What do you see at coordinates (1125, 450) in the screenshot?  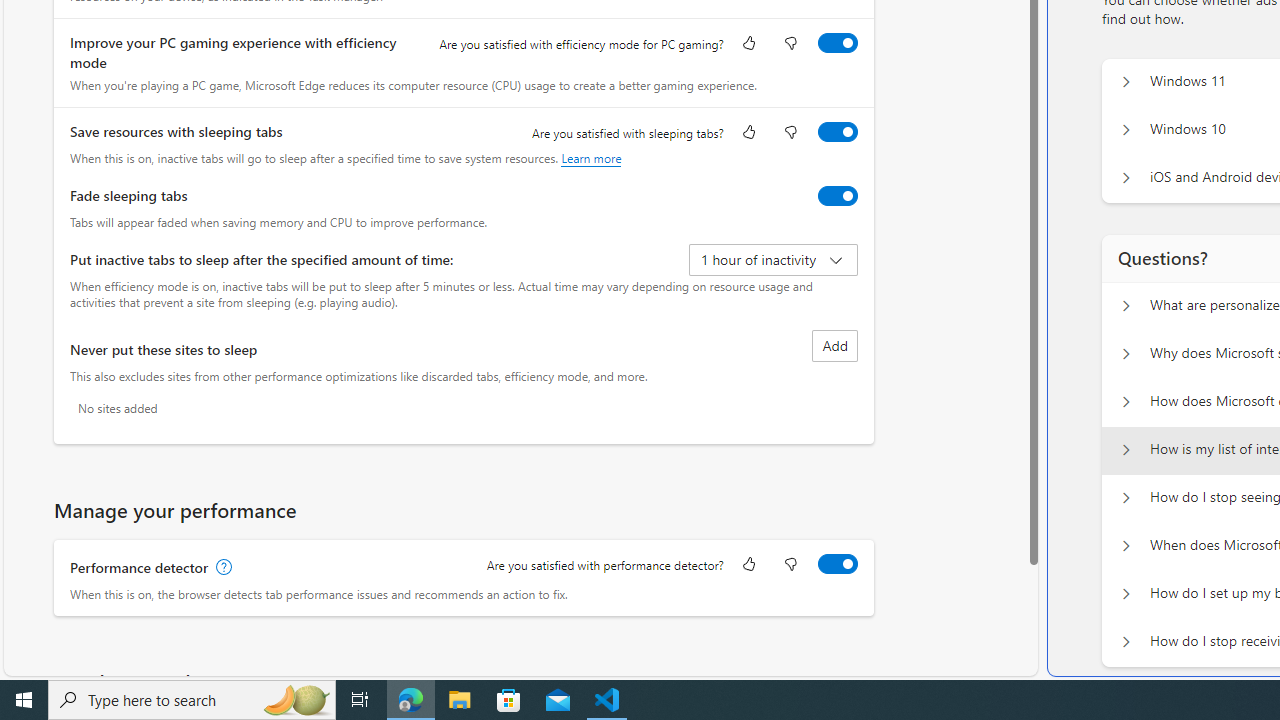 I see `'Questions? How is my list of interests populated?'` at bounding box center [1125, 450].